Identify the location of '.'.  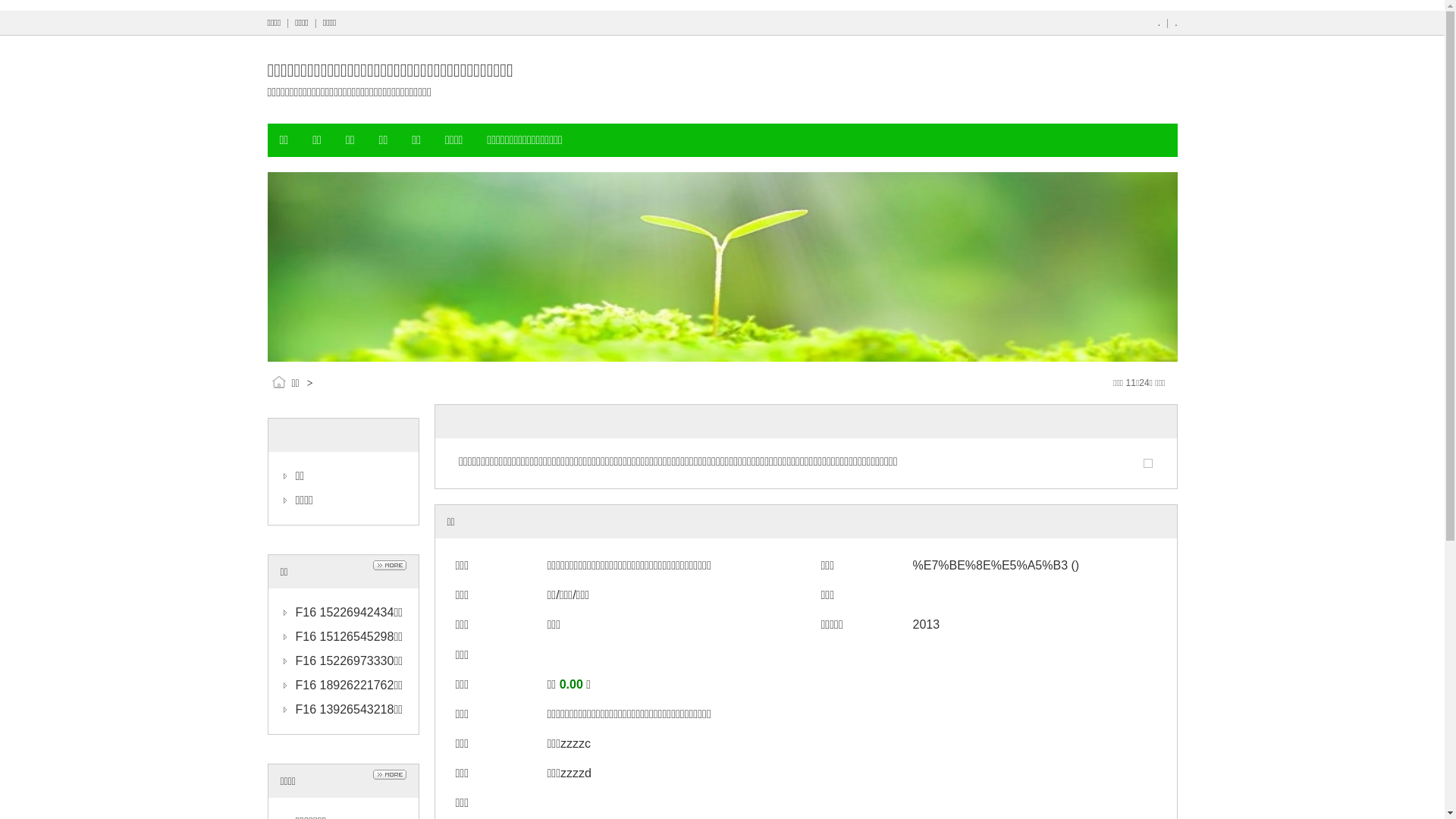
(1158, 23).